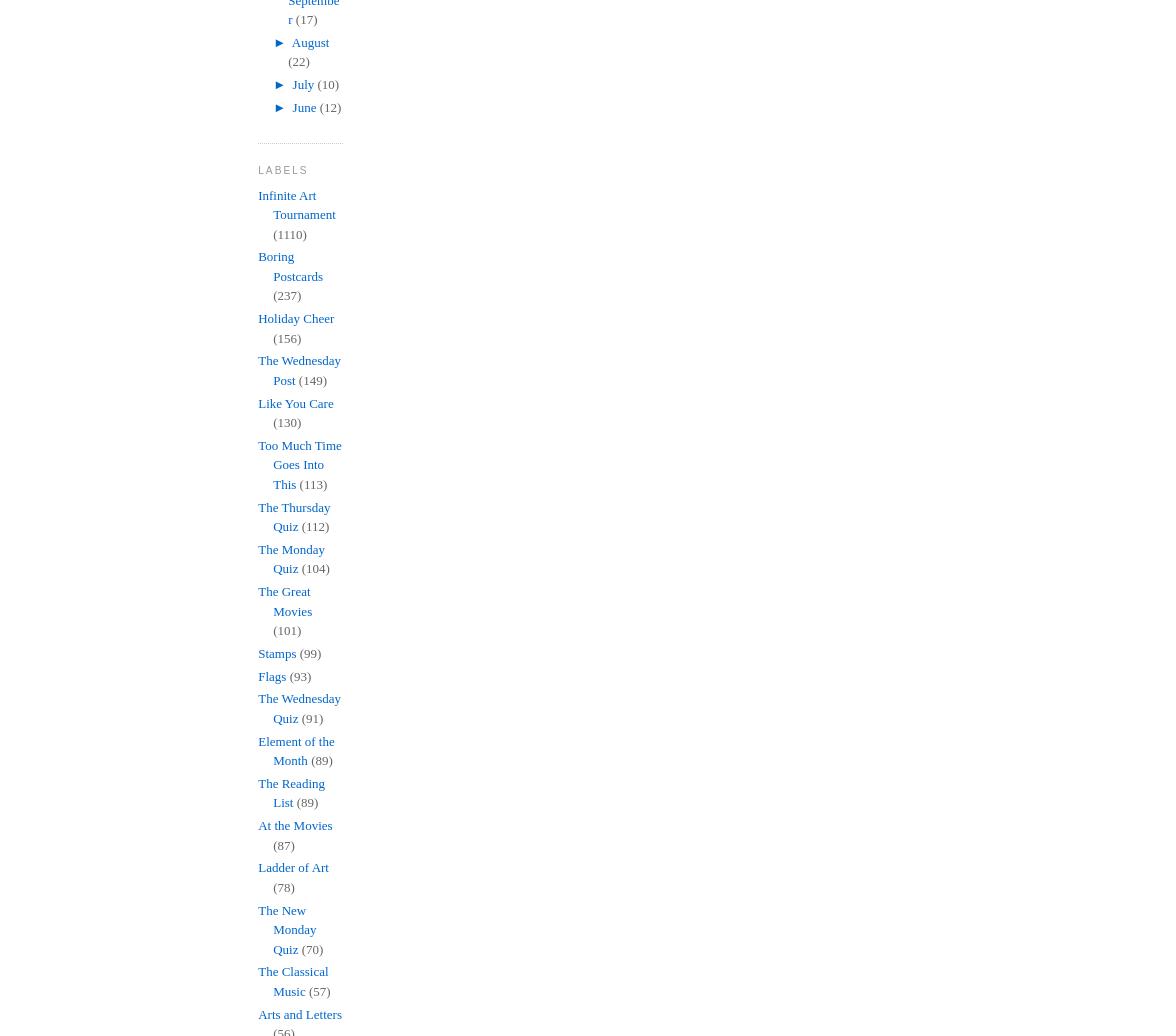  Describe the element at coordinates (299, 369) in the screenshot. I see `'The Wednesday Post'` at that location.